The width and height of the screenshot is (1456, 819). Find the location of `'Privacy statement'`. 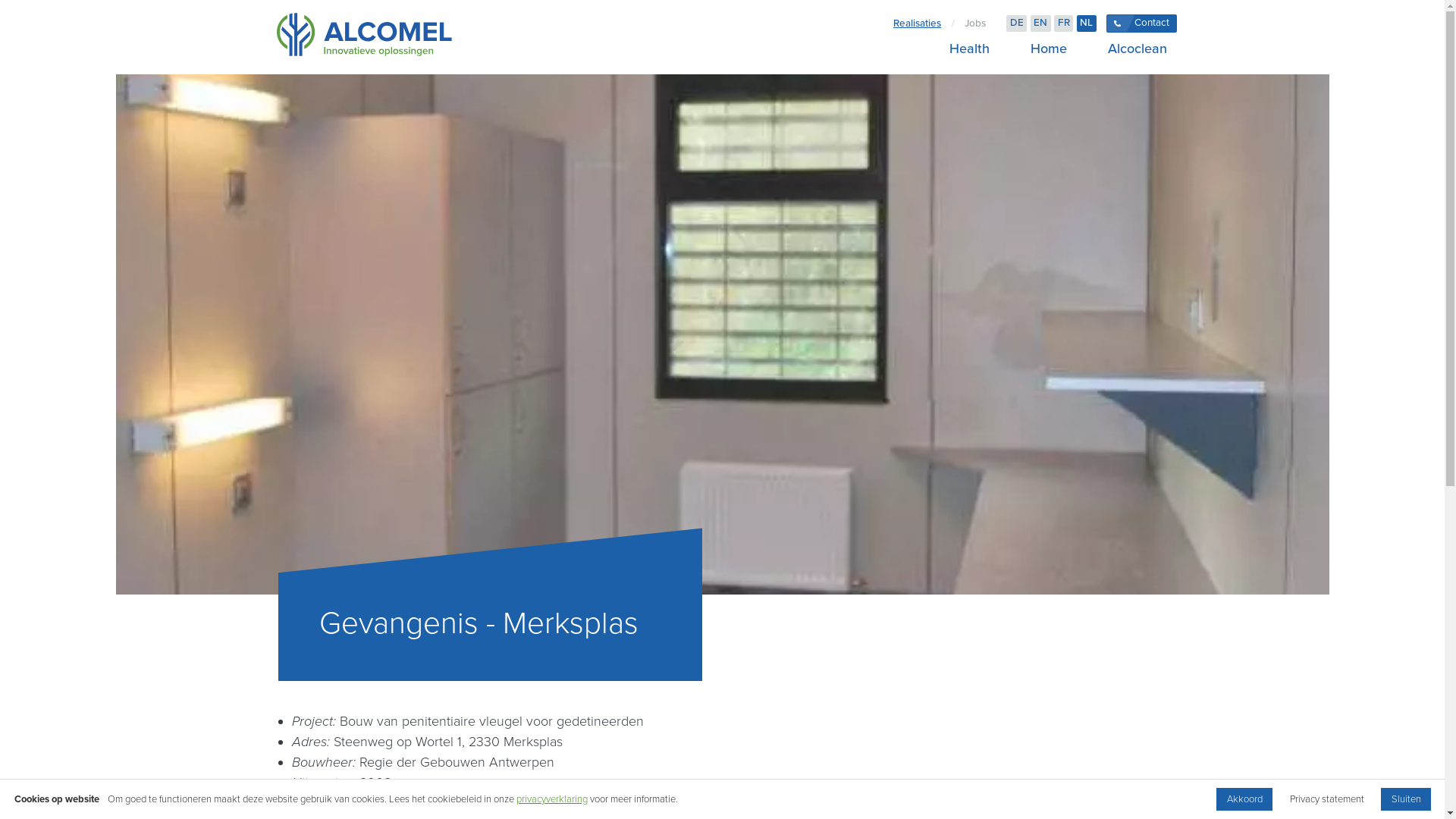

'Privacy statement' is located at coordinates (1326, 798).